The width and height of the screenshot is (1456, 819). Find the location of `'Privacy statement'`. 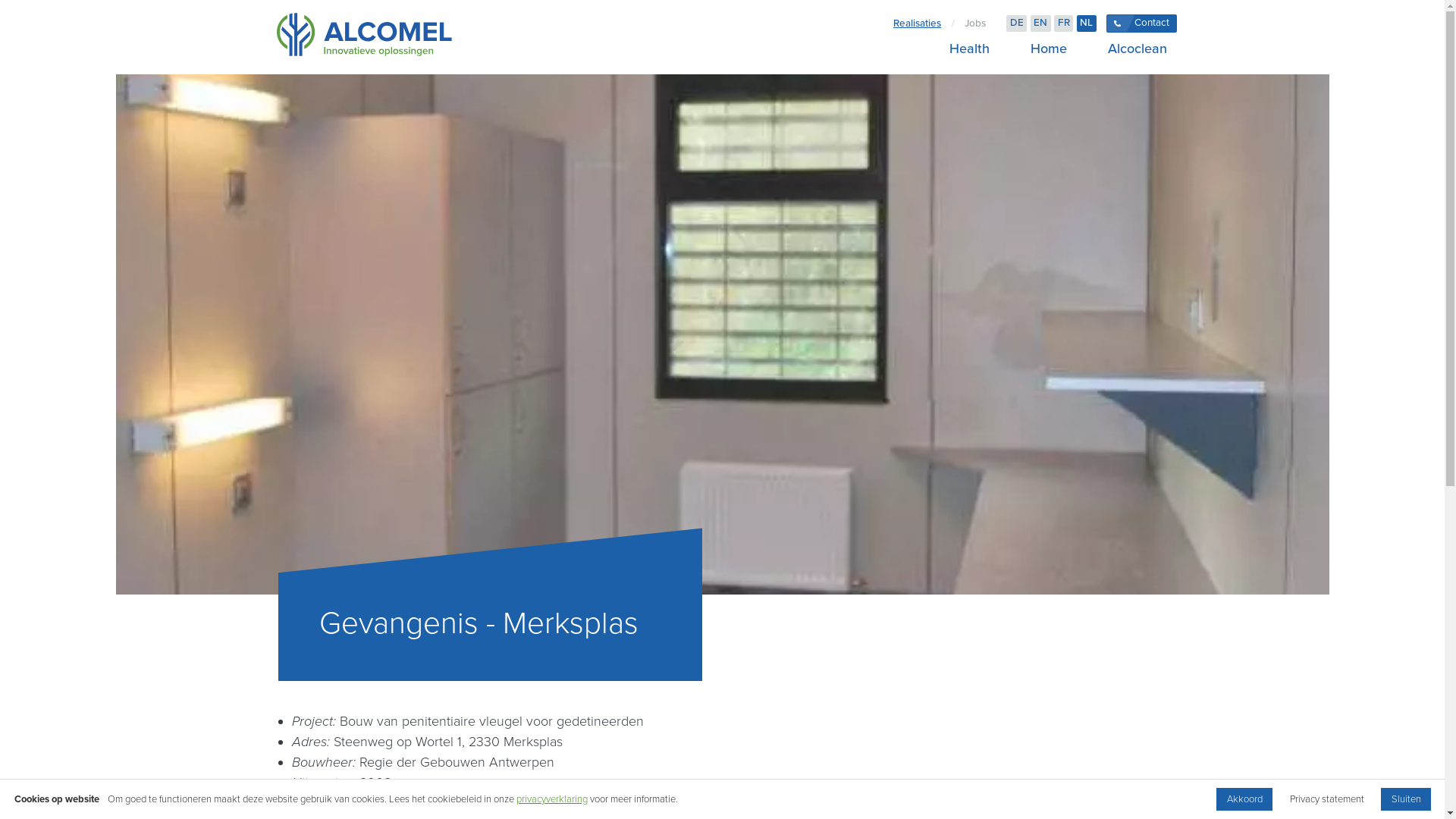

'Privacy statement' is located at coordinates (1326, 798).